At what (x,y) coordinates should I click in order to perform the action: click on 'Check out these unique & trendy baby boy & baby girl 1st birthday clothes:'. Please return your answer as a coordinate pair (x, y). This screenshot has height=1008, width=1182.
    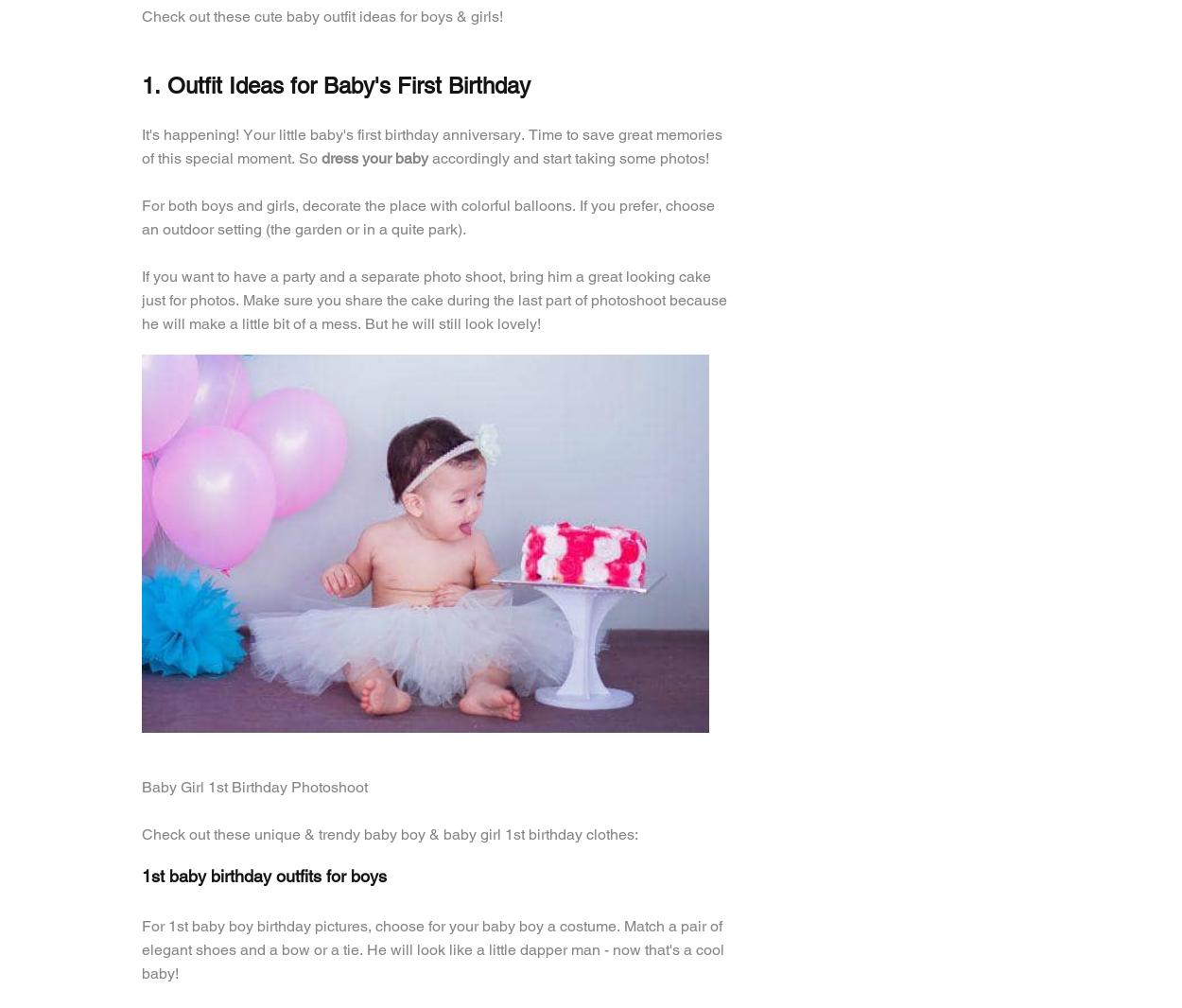
    Looking at the image, I should click on (142, 833).